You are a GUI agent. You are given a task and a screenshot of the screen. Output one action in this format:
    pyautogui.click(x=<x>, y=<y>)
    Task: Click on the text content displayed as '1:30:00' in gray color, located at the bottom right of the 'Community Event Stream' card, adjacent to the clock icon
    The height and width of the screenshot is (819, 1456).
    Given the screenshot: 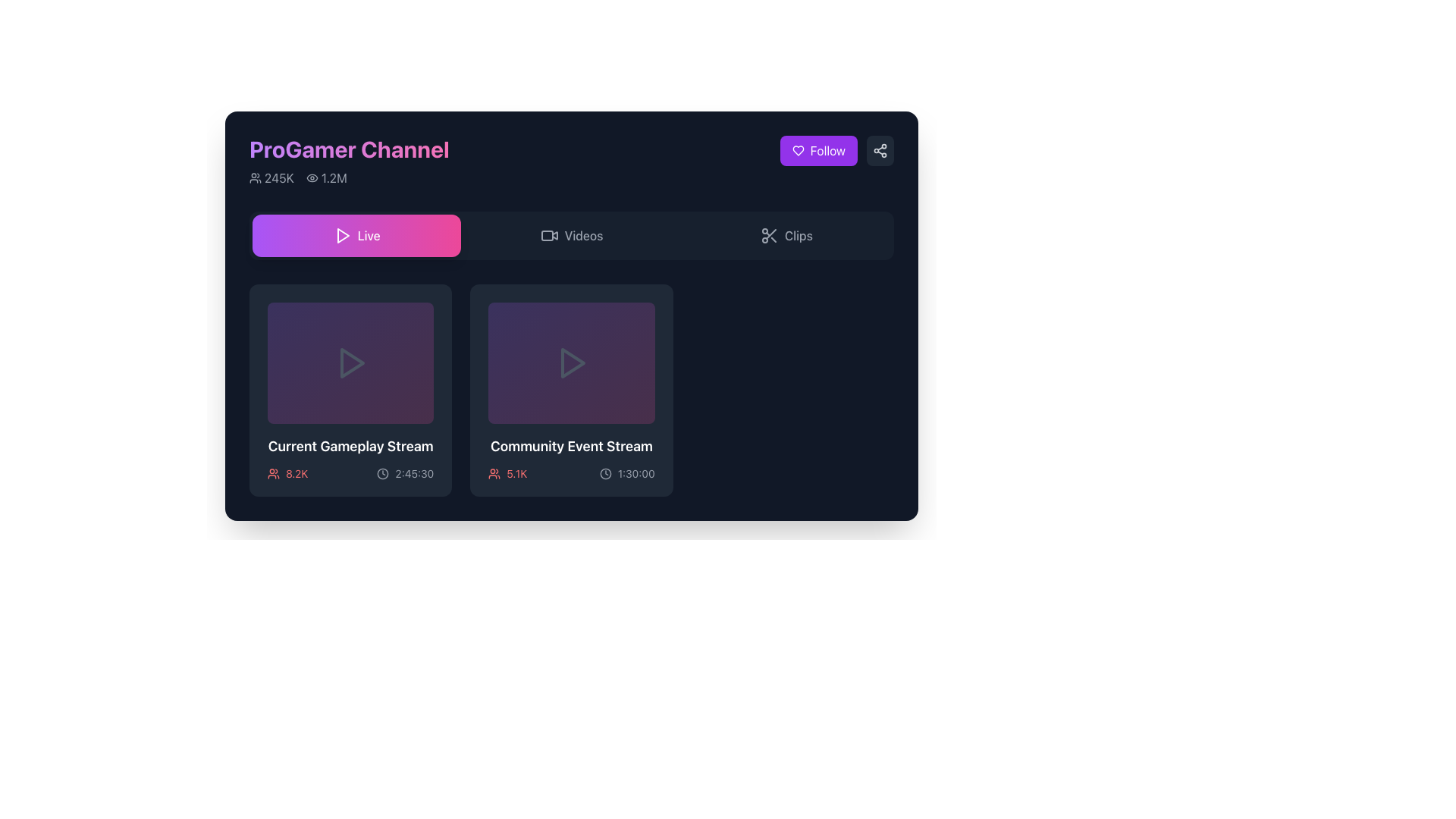 What is the action you would take?
    pyautogui.click(x=636, y=472)
    